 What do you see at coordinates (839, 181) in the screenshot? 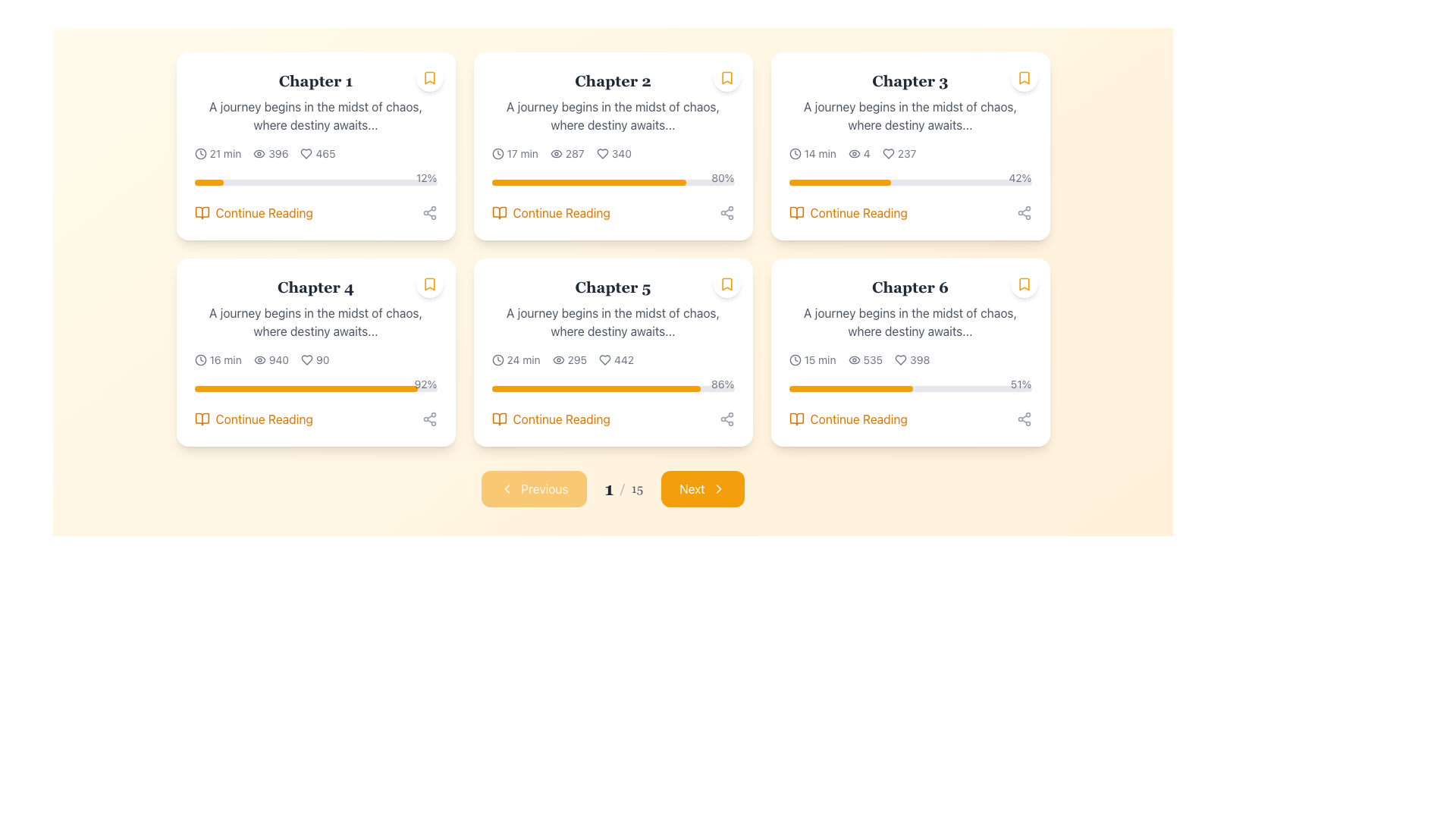
I see `the progress indicator, which visually represents the completion percentage of a task and is located in the third card of the first row within a grid layout` at bounding box center [839, 181].